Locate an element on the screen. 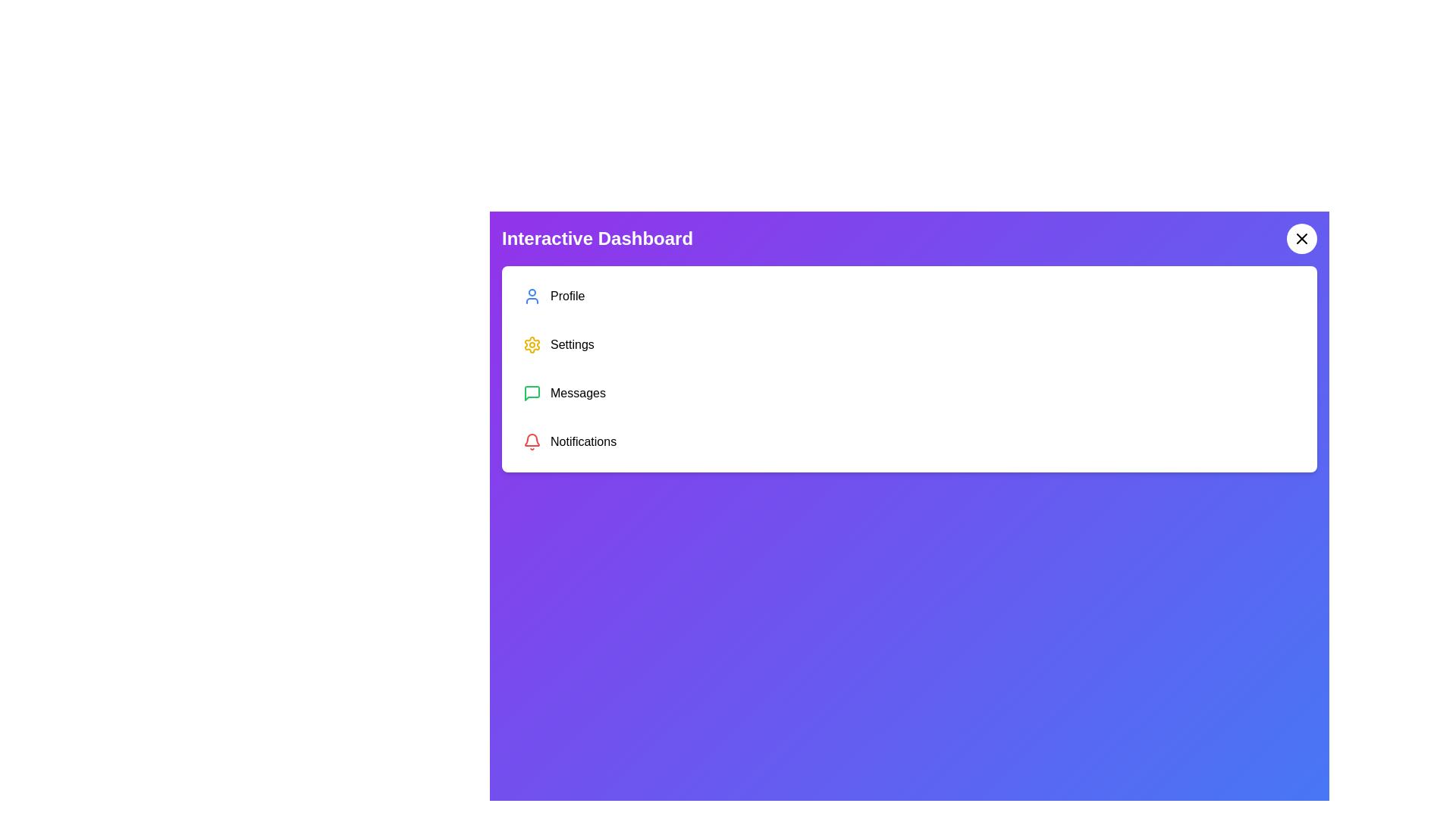 This screenshot has width=1456, height=819. the user profile icon, which is a minimal blue line drawing representing a head and shoulders, located in the top-left corner of the 'Profile' option in the main panel, before the 'Profile' text label is located at coordinates (532, 296).